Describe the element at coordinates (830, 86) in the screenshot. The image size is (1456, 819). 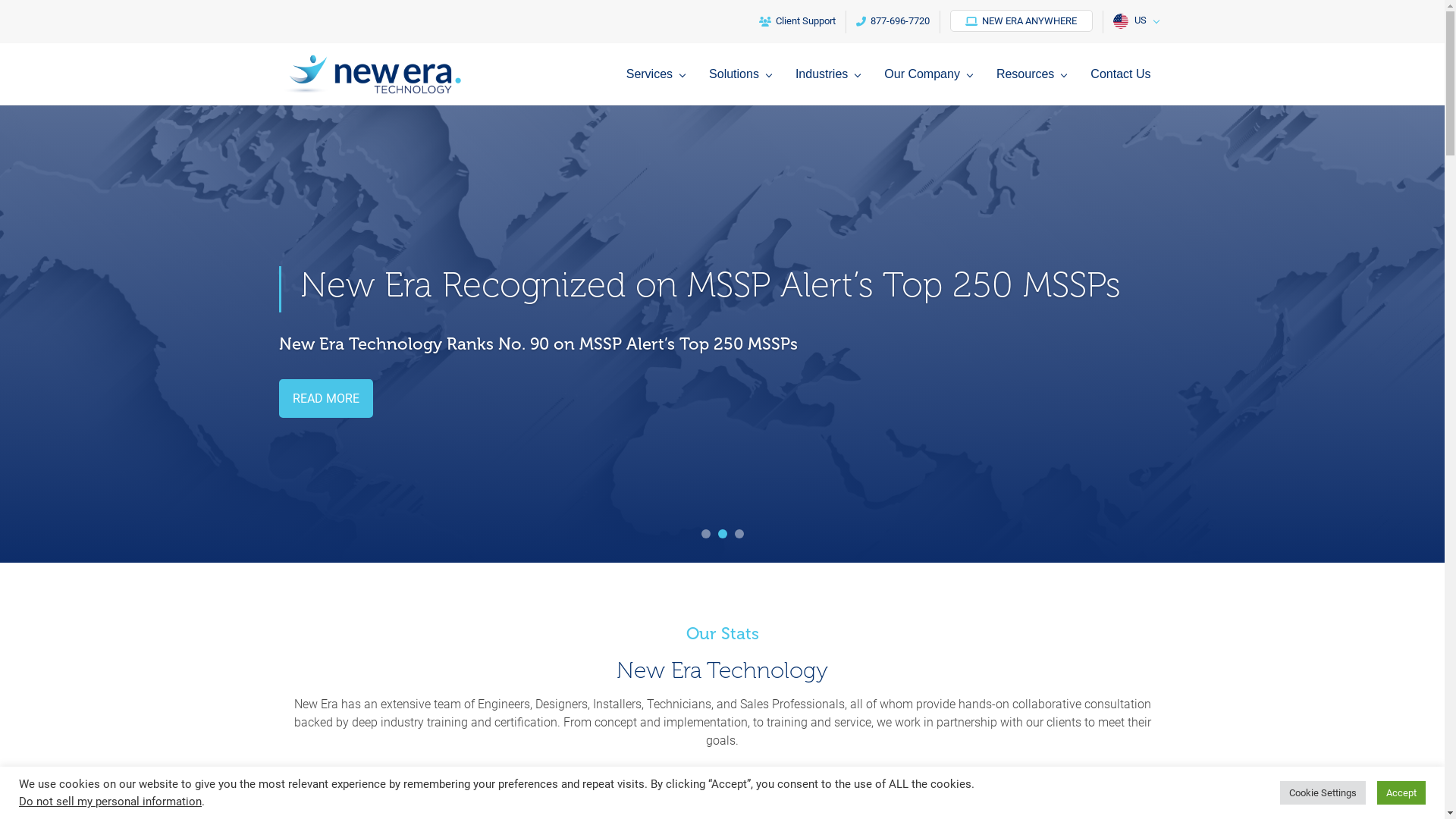
I see `'Industries'` at that location.